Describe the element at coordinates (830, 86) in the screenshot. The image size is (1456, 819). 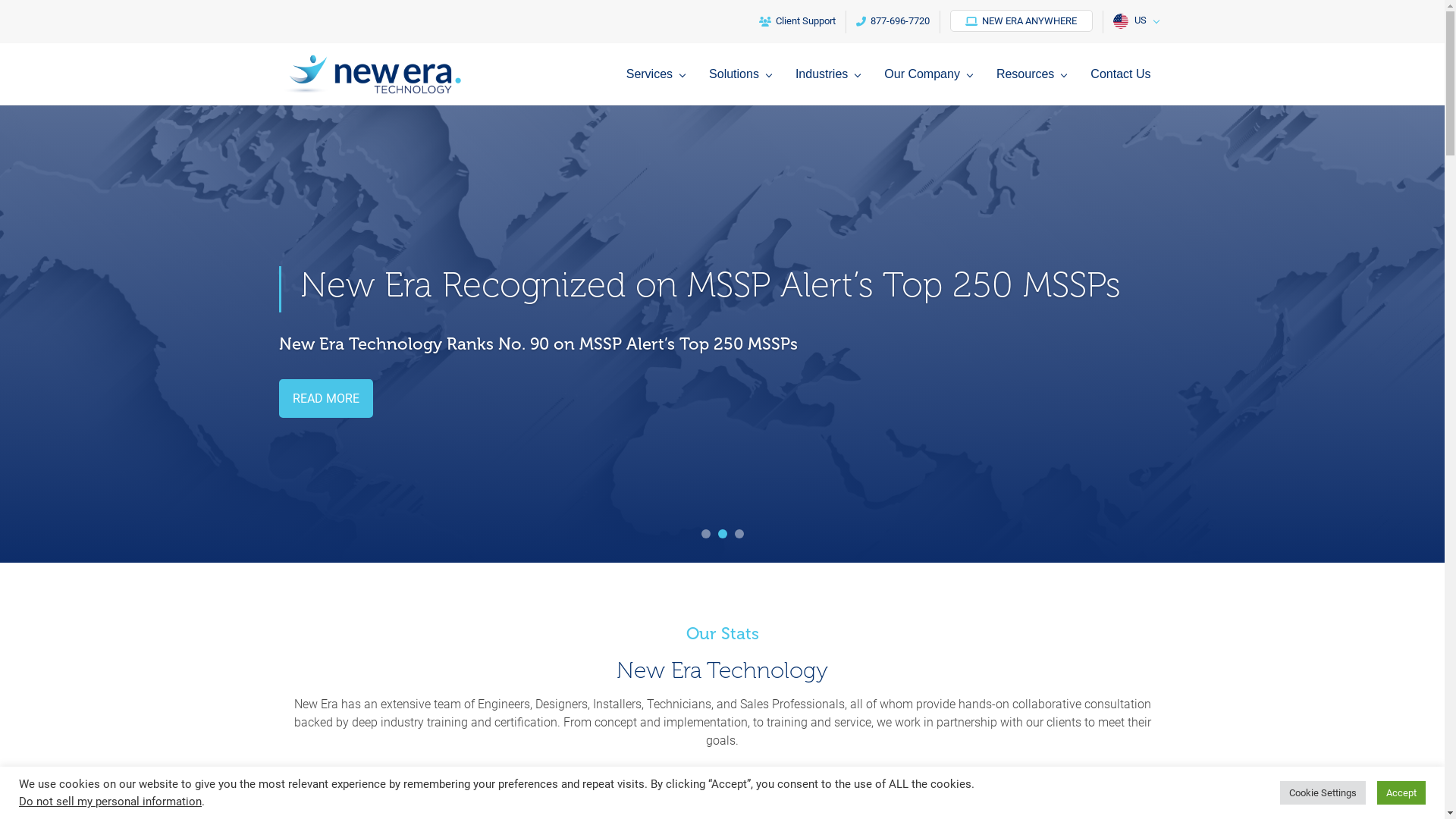
I see `'Industries'` at that location.